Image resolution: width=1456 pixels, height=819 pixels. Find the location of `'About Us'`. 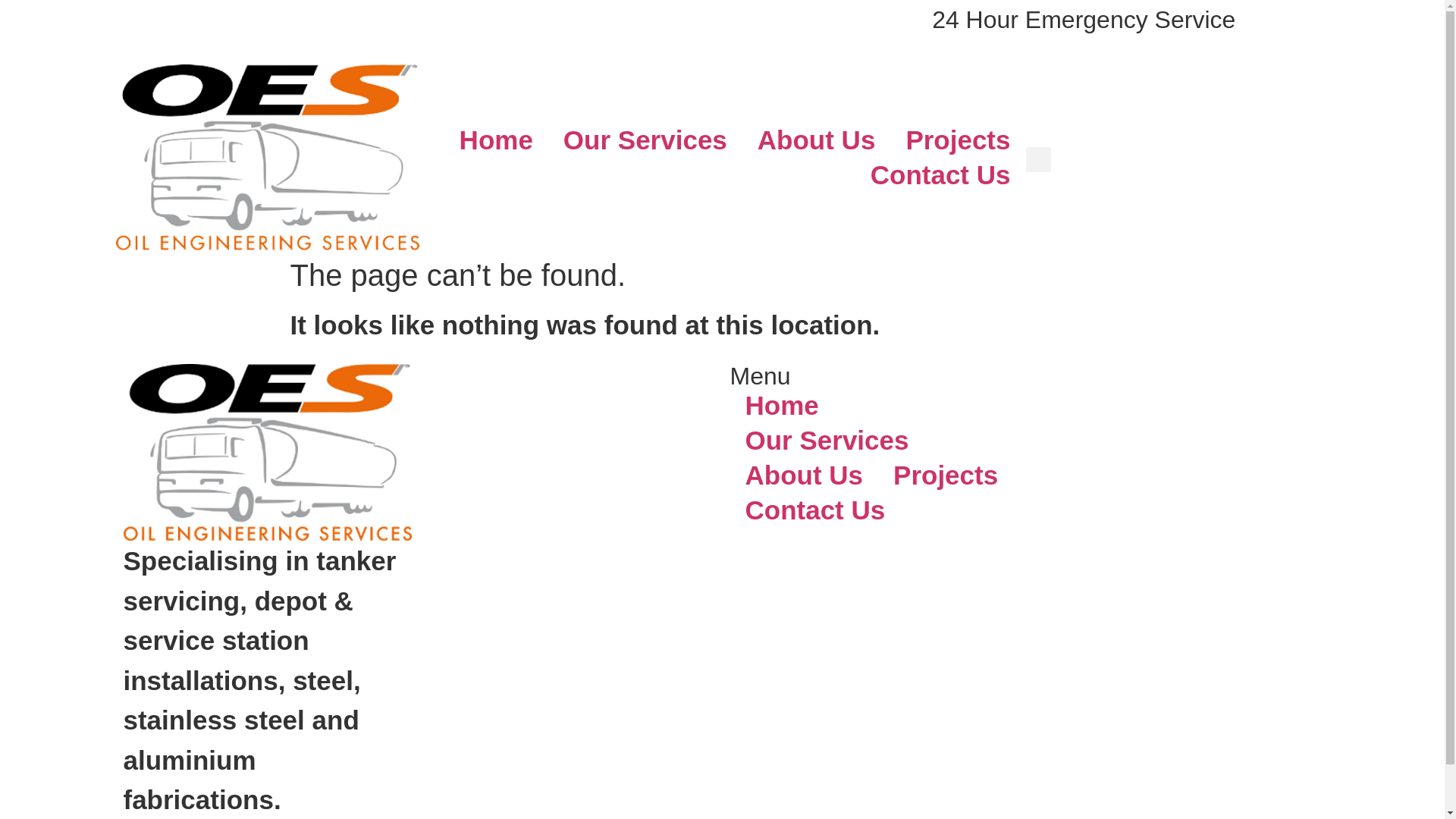

'About Us' is located at coordinates (815, 140).